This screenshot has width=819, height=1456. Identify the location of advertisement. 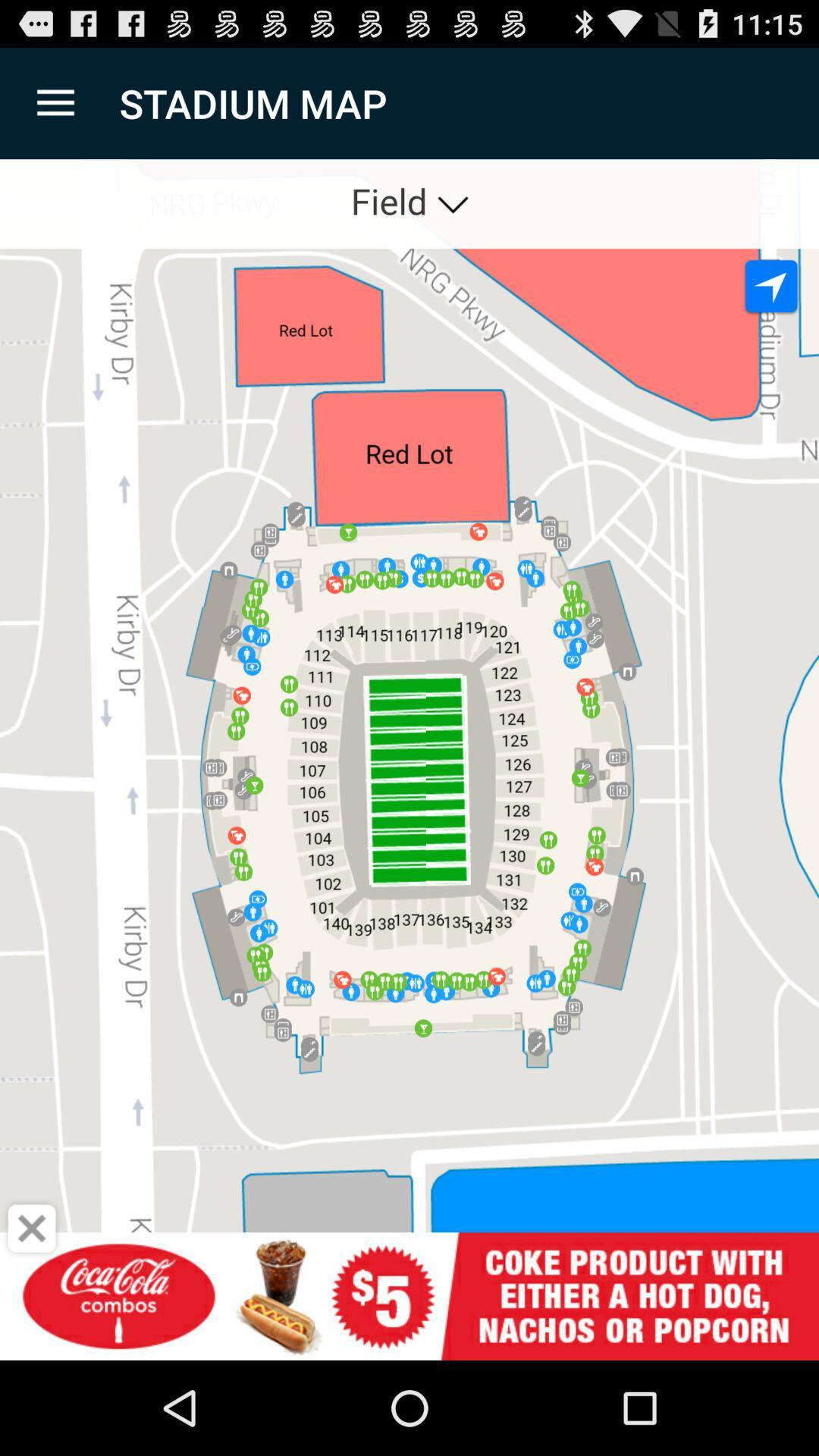
(32, 1228).